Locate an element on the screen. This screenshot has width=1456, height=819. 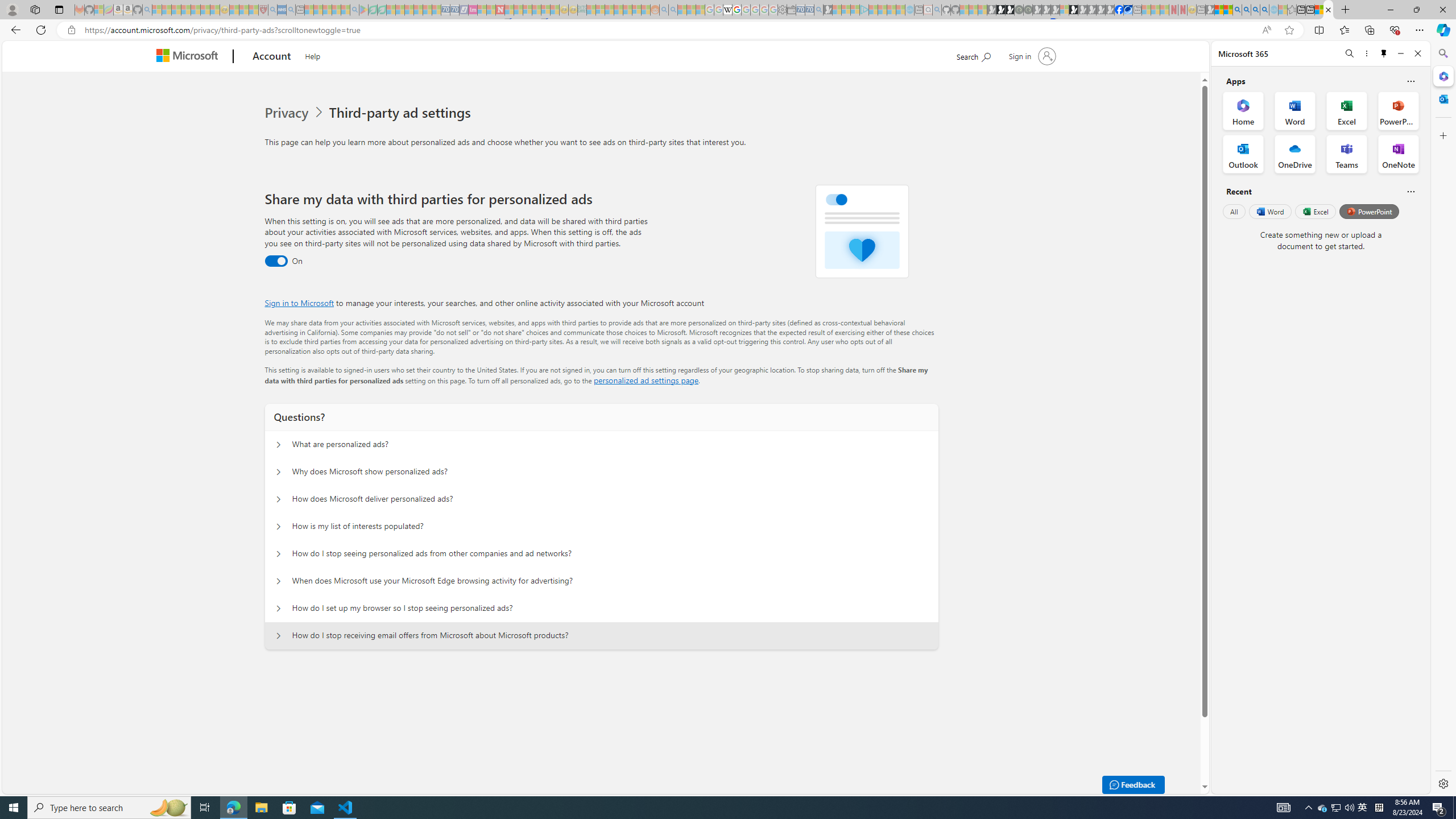
'Word' is located at coordinates (1269, 211).